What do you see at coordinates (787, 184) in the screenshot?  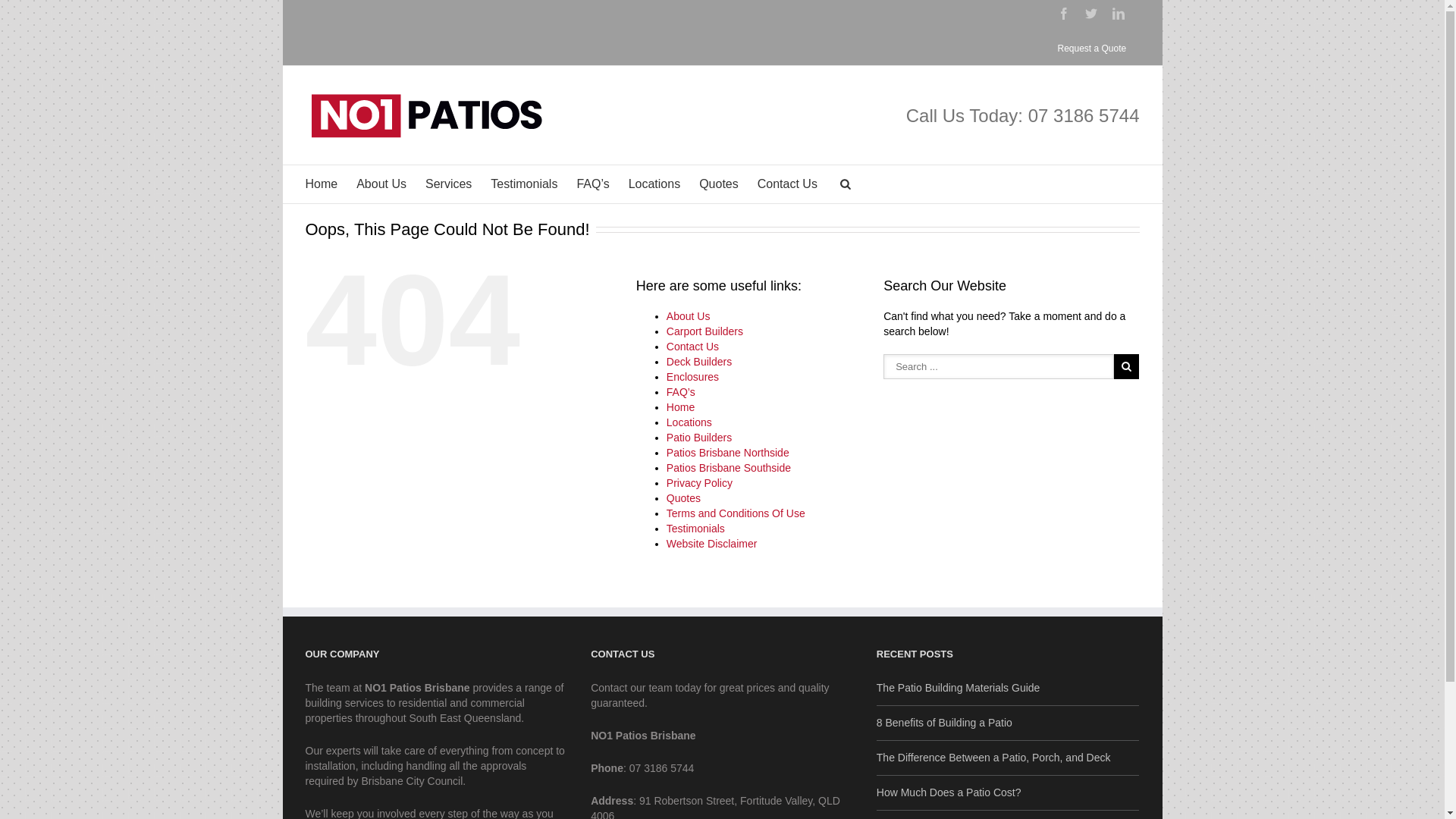 I see `'Contact Us'` at bounding box center [787, 184].